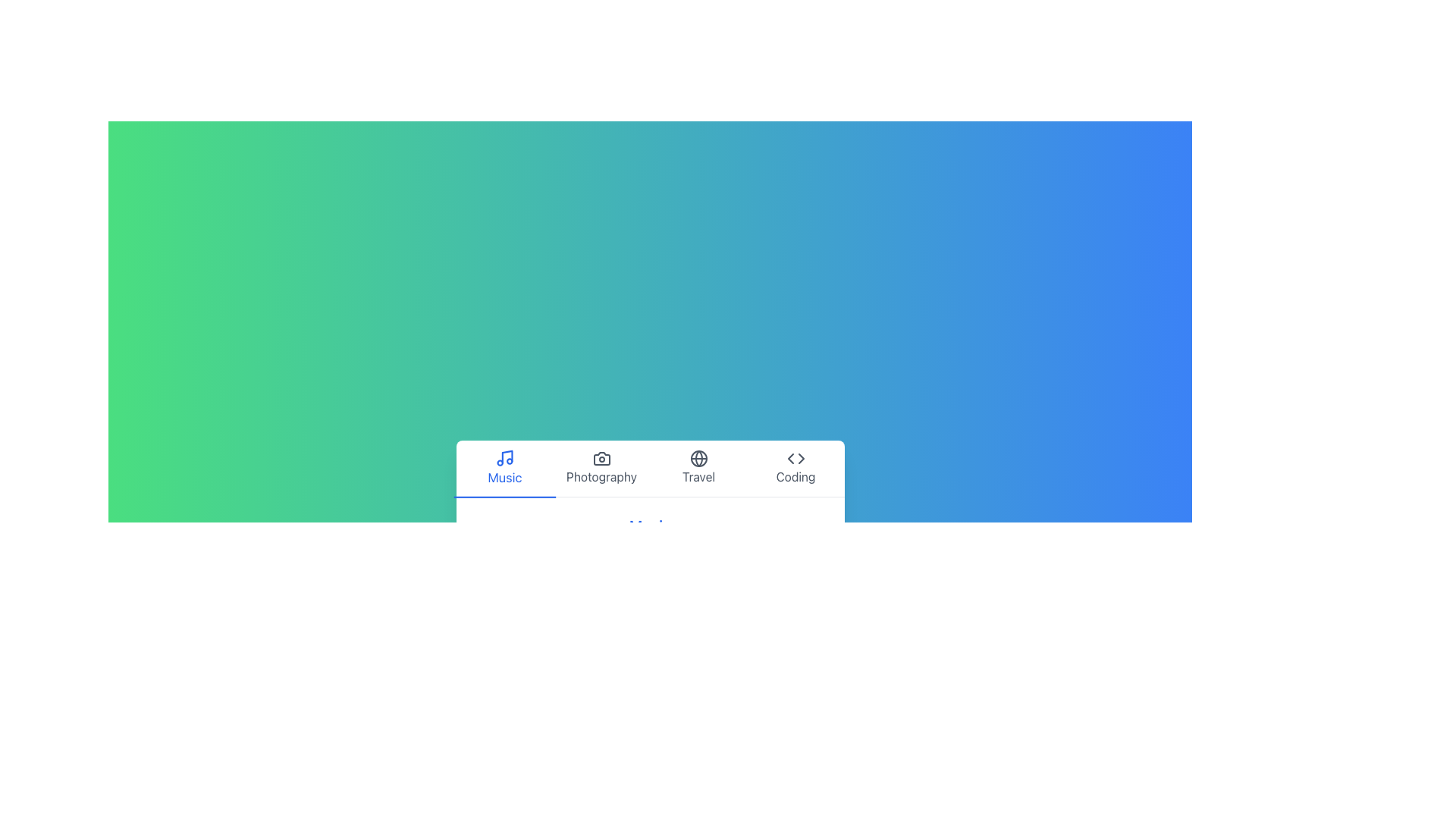  I want to click on the 'Travel' navigation button, so click(698, 467).